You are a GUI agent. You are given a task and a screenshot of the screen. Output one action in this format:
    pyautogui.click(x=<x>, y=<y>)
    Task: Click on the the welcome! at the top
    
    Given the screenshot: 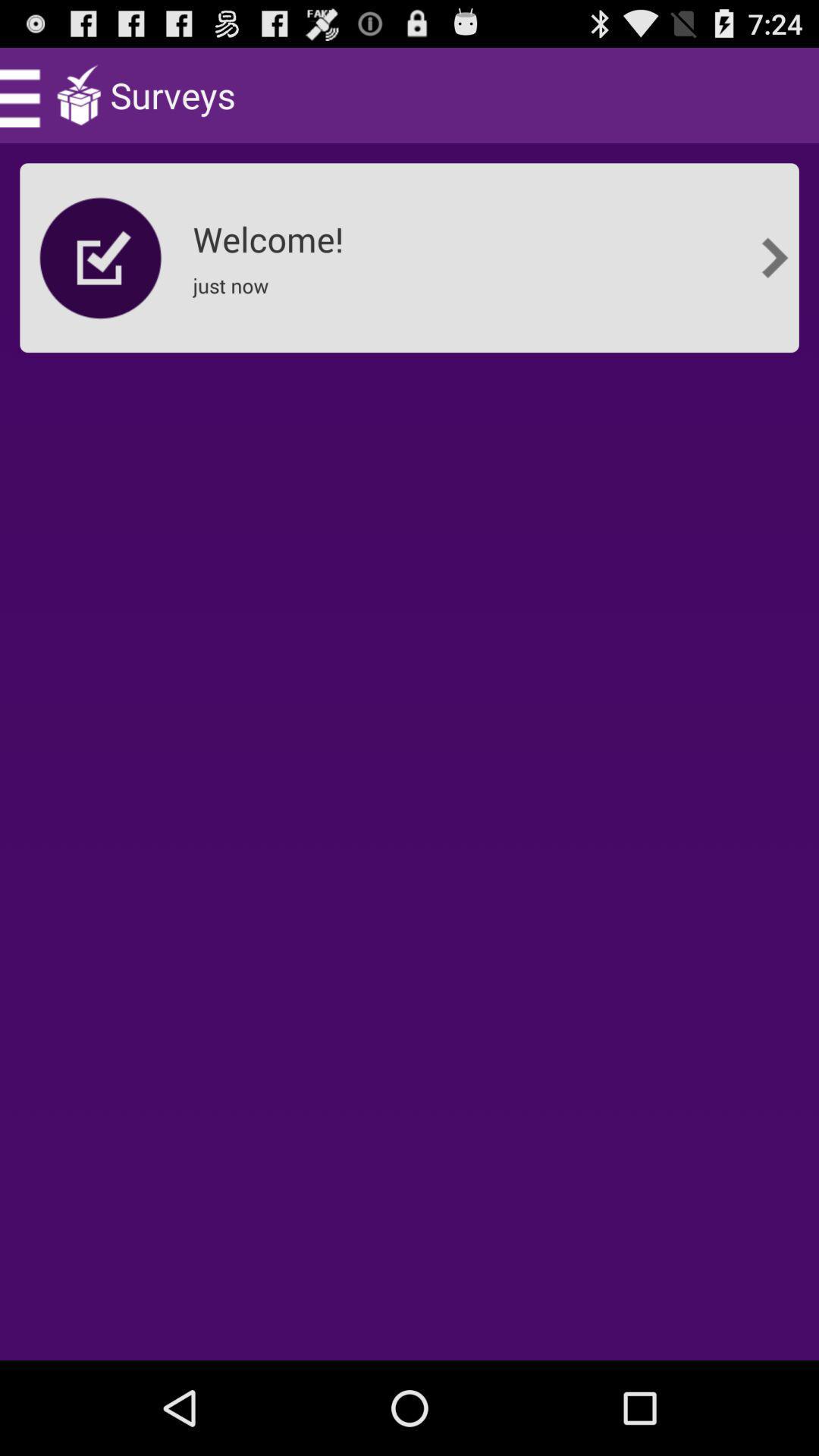 What is the action you would take?
    pyautogui.click(x=271, y=234)
    